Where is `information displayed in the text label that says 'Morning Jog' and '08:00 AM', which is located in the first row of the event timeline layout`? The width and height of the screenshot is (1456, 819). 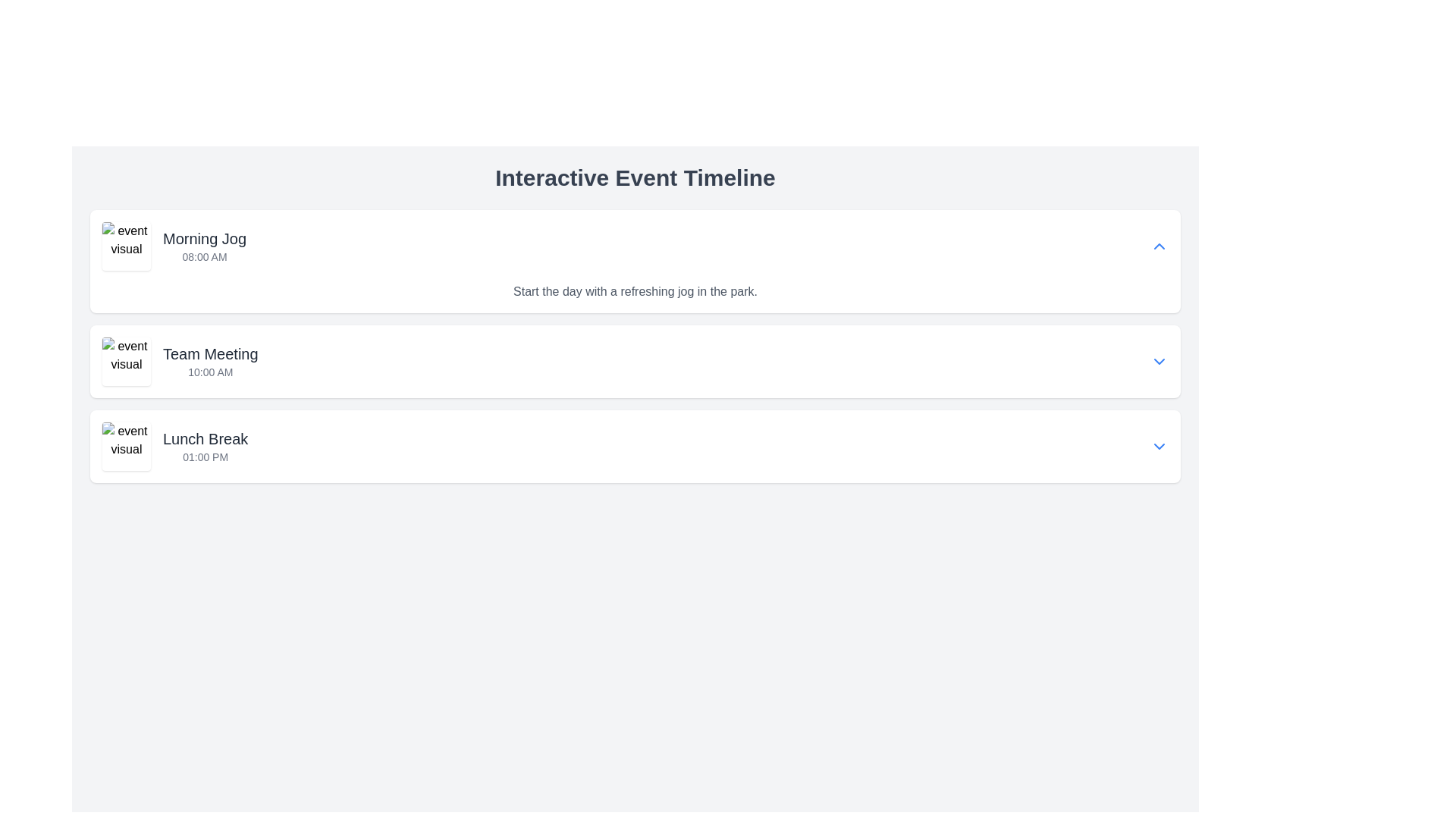
information displayed in the text label that says 'Morning Jog' and '08:00 AM', which is located in the first row of the event timeline layout is located at coordinates (203, 245).